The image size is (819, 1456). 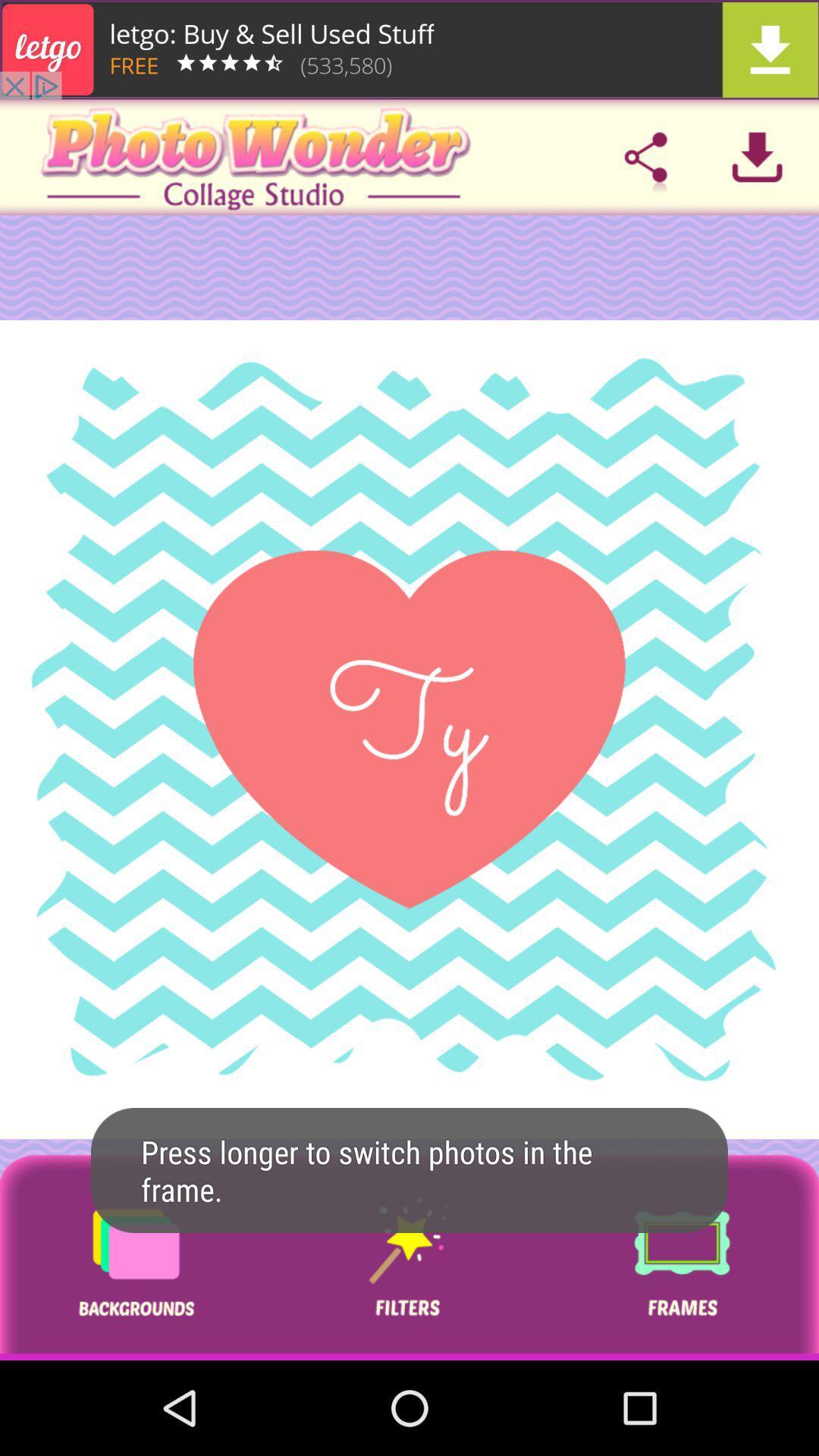 What do you see at coordinates (681, 1257) in the screenshot?
I see `more frames` at bounding box center [681, 1257].